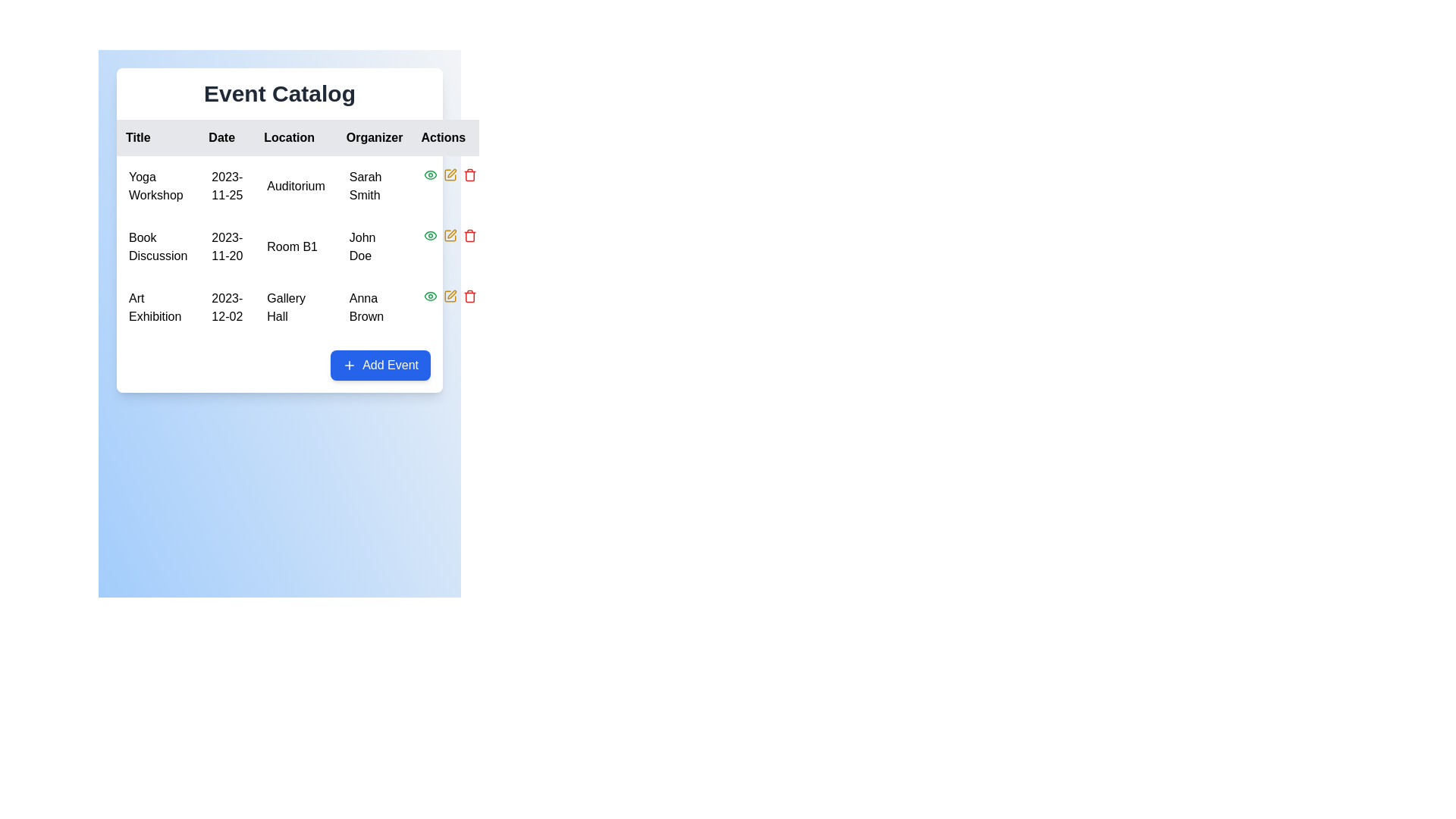  Describe the element at coordinates (430, 296) in the screenshot. I see `the SVG graphic element representing an icon in the third row under the Actions column of the table next to the 'Art Exhibition' entry` at that location.